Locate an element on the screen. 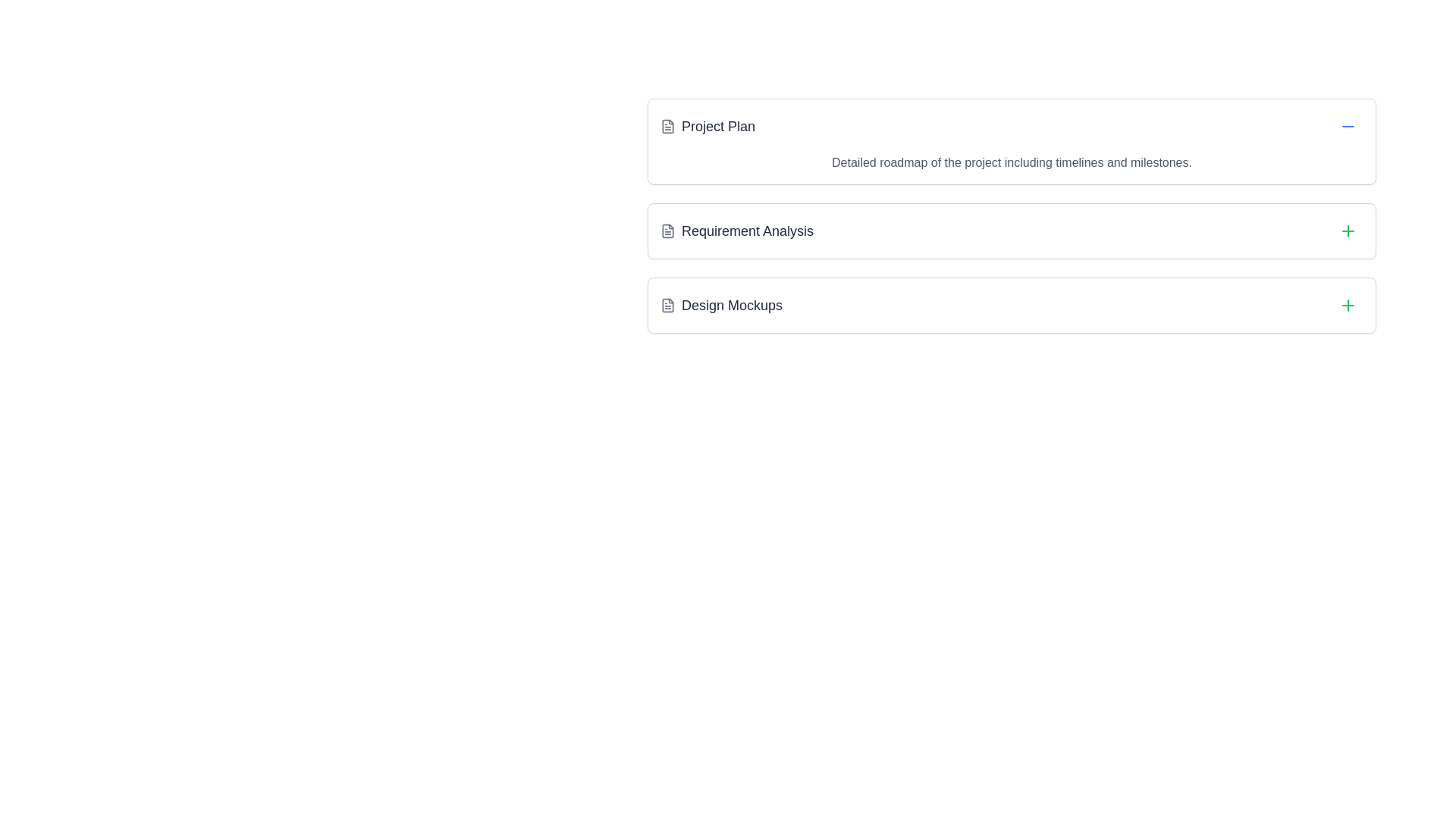 The image size is (1456, 819). the rounded button with a green plus icon located to the far right of the 'Design Mockups' row is located at coordinates (1348, 305).